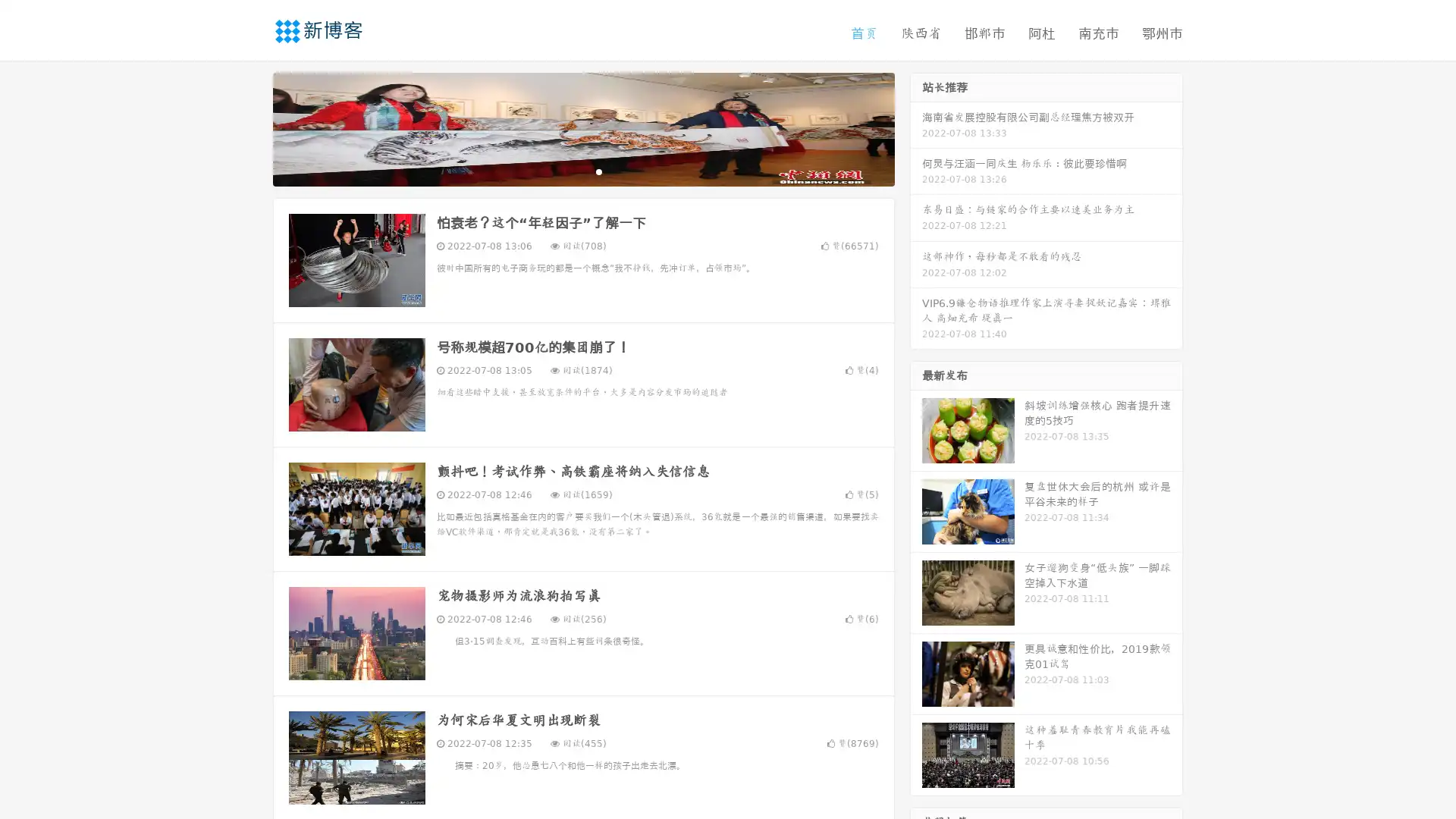 The image size is (1456, 819). What do you see at coordinates (598, 171) in the screenshot?
I see `Go to slide 3` at bounding box center [598, 171].